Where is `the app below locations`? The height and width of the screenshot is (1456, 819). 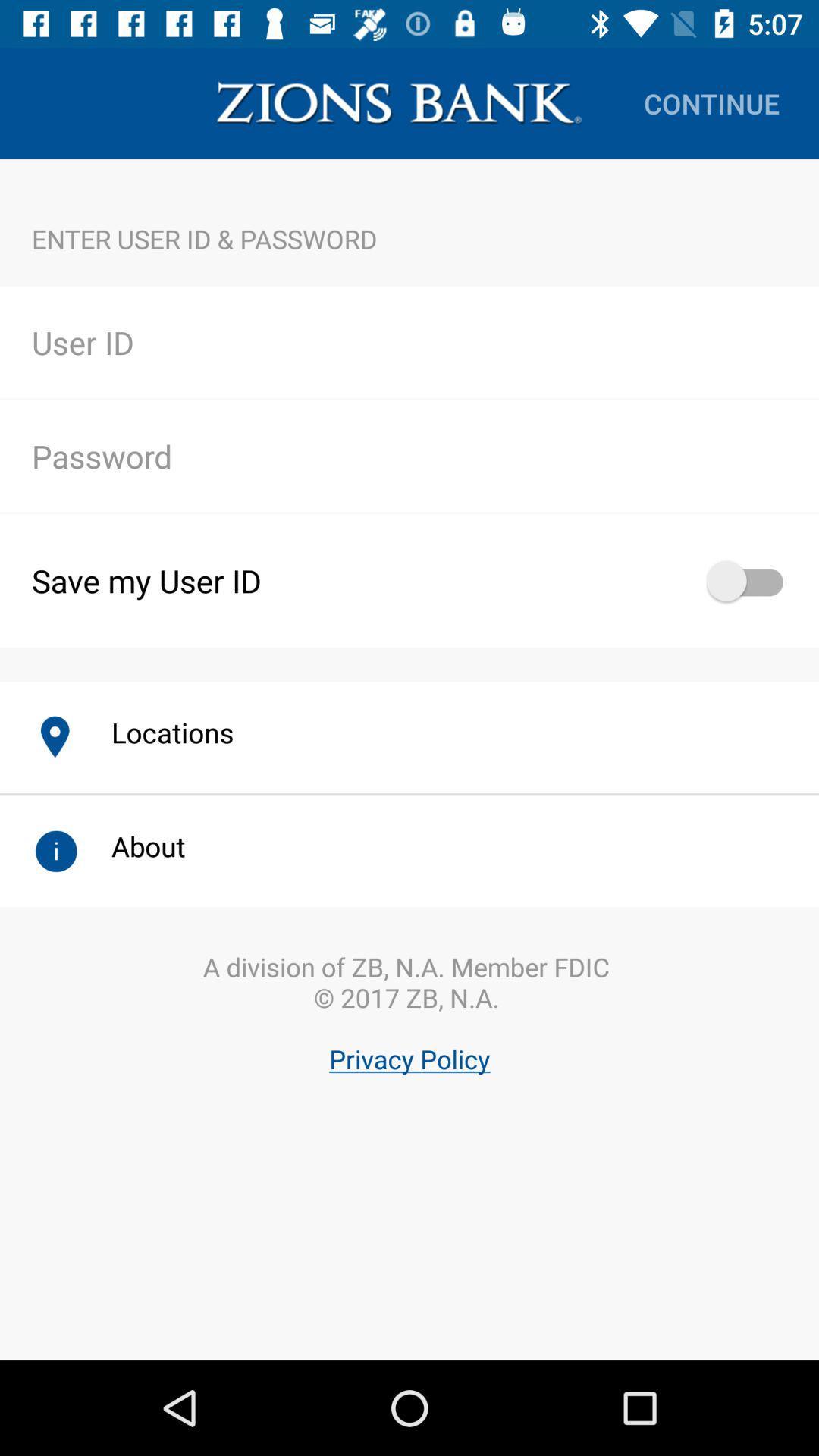 the app below locations is located at coordinates (409, 1053).